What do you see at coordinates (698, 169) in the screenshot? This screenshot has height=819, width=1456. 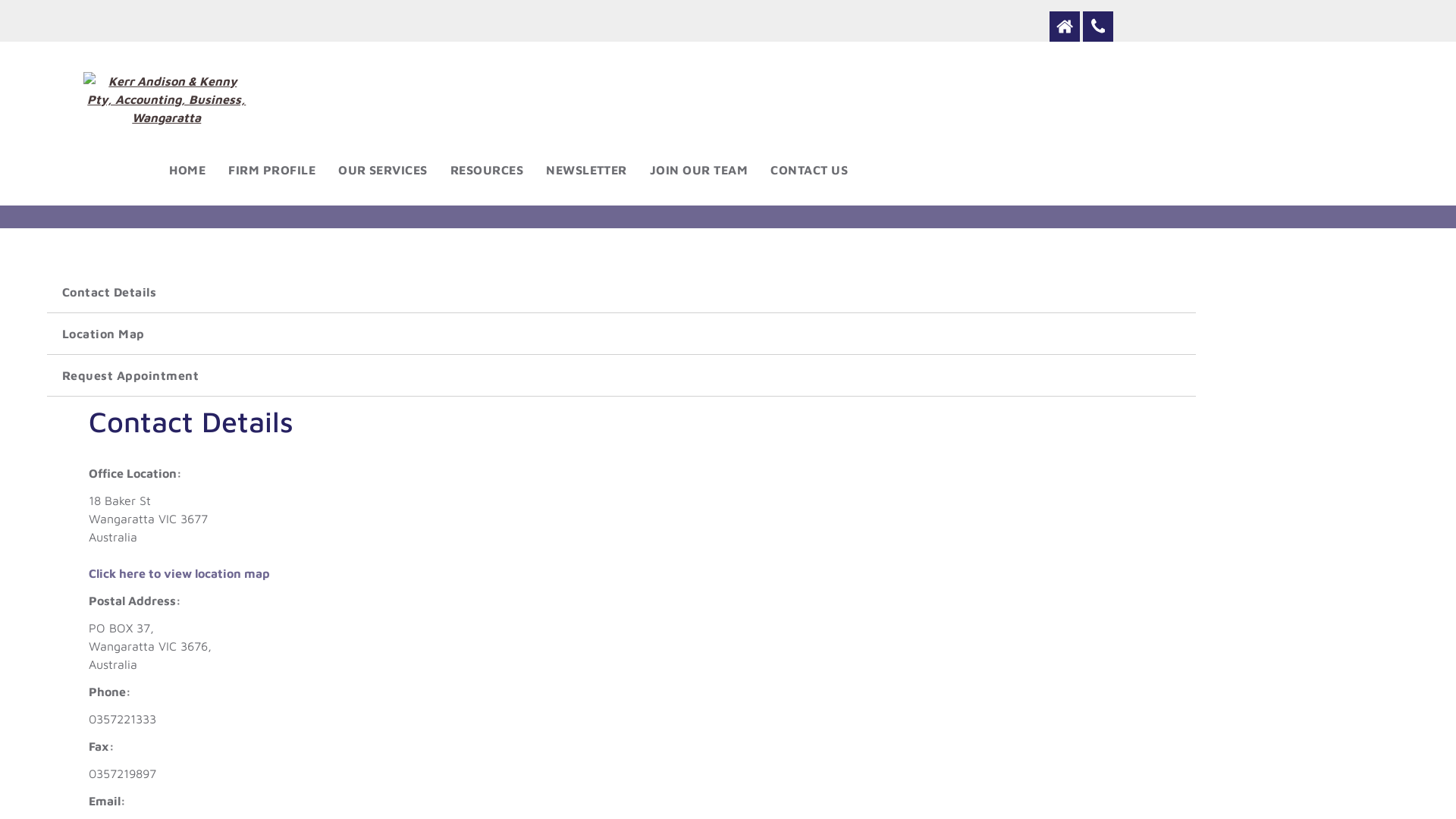 I see `'JOIN OUR TEAM'` at bounding box center [698, 169].